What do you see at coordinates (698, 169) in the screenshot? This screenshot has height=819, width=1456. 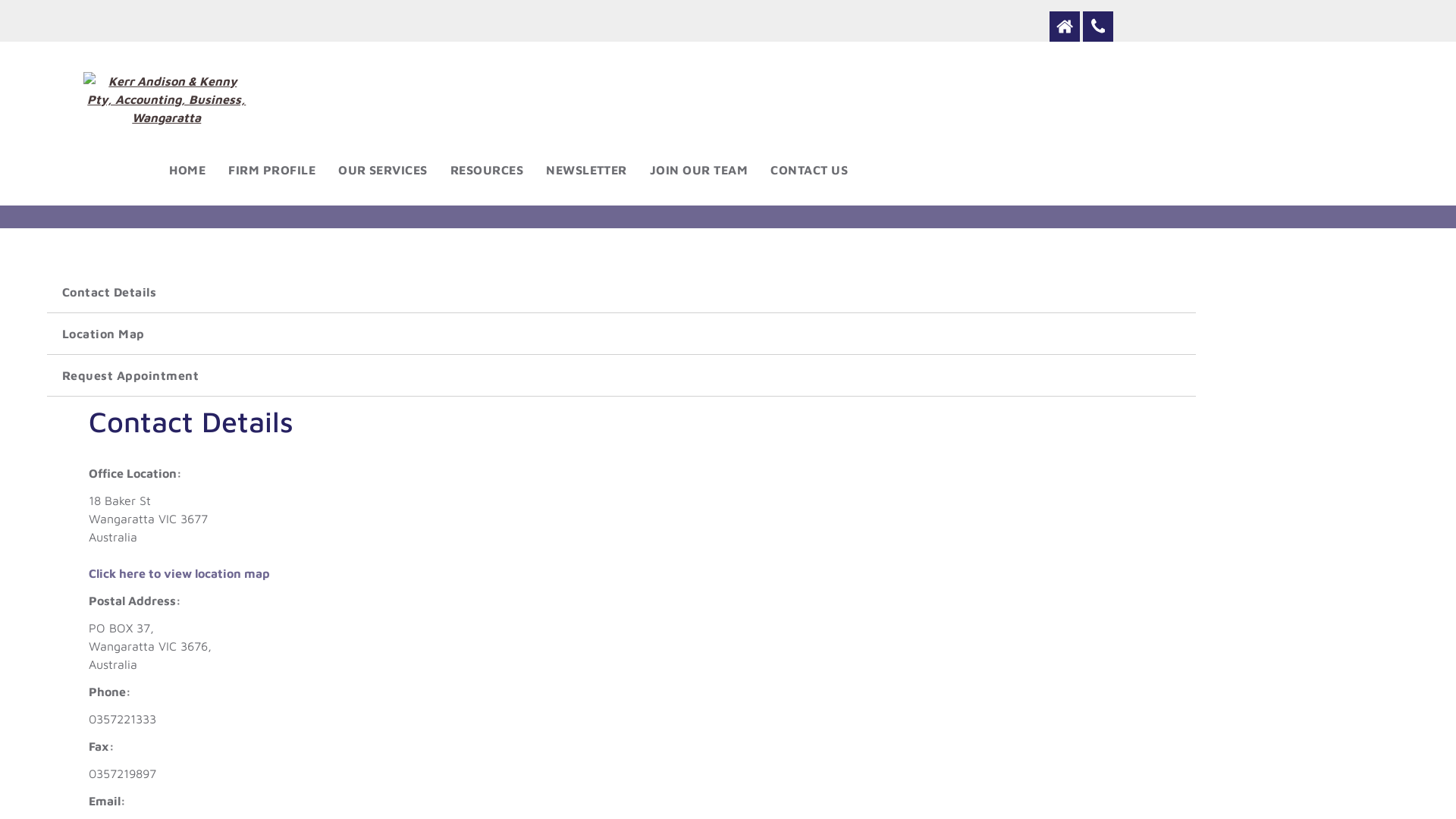 I see `'JOIN OUR TEAM'` at bounding box center [698, 169].